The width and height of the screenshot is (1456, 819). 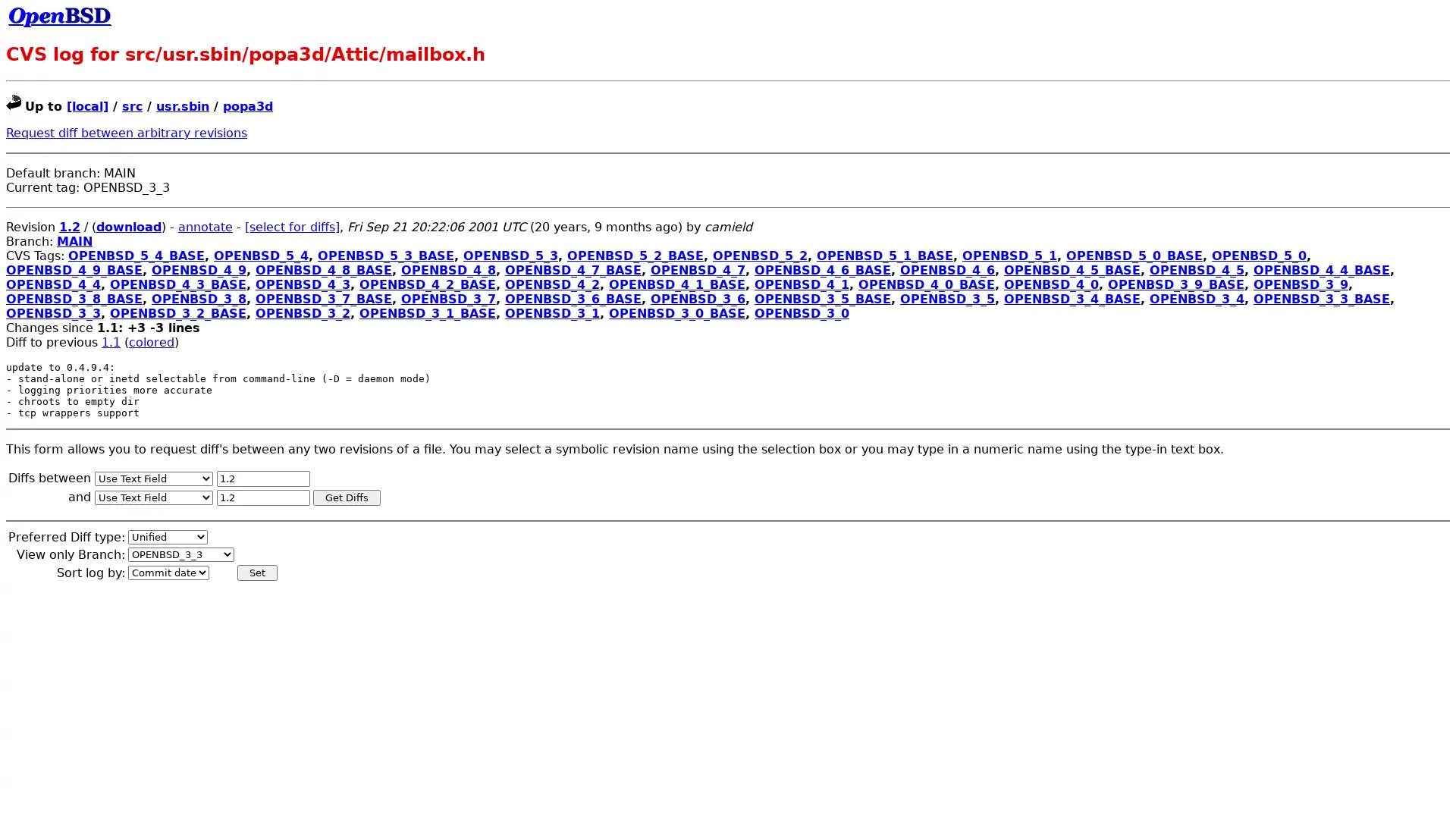 I want to click on Set, so click(x=257, y=572).